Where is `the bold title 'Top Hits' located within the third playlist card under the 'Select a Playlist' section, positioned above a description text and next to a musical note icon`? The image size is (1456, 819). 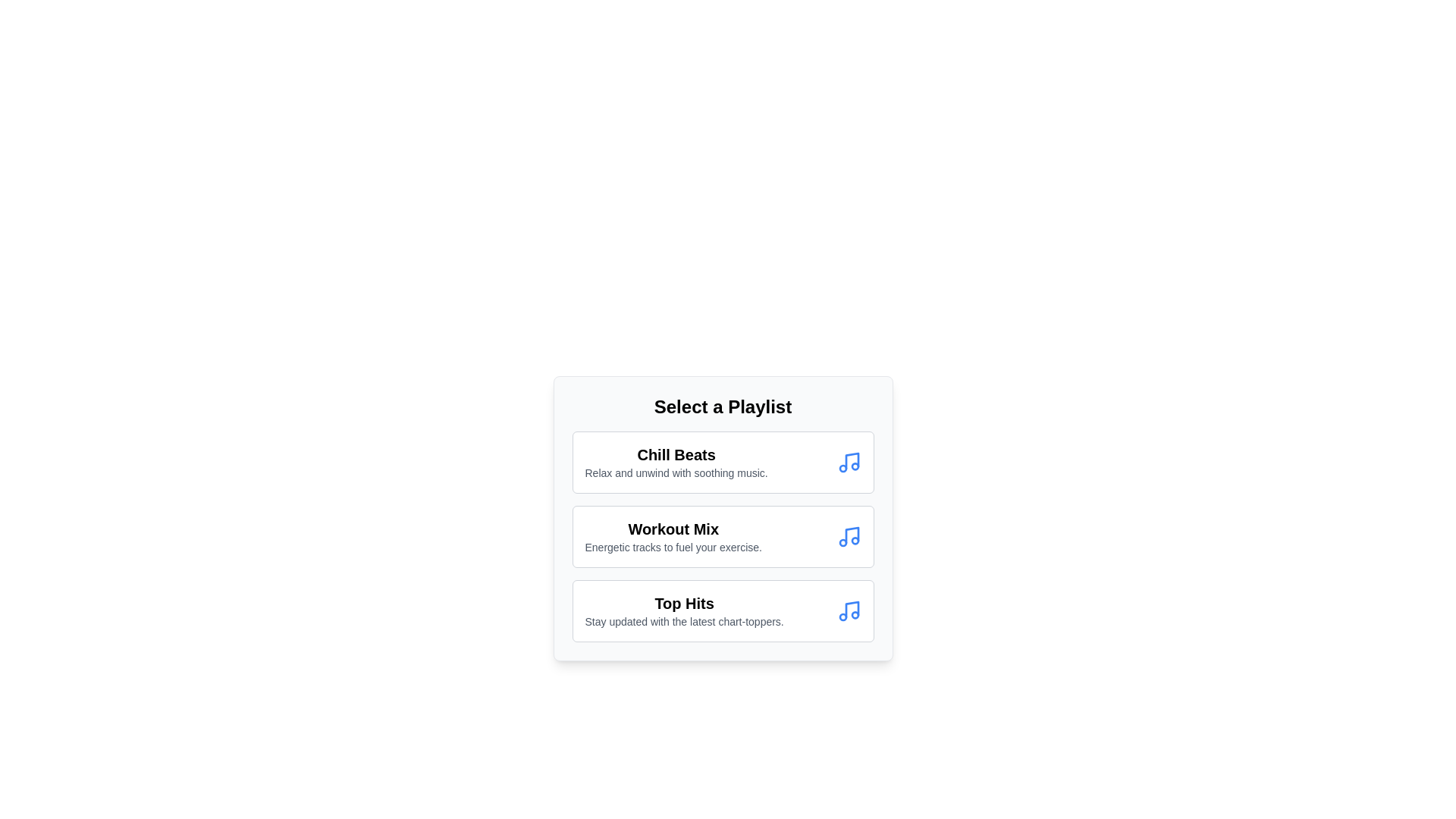
the bold title 'Top Hits' located within the third playlist card under the 'Select a Playlist' section, positioned above a description text and next to a musical note icon is located at coordinates (683, 602).